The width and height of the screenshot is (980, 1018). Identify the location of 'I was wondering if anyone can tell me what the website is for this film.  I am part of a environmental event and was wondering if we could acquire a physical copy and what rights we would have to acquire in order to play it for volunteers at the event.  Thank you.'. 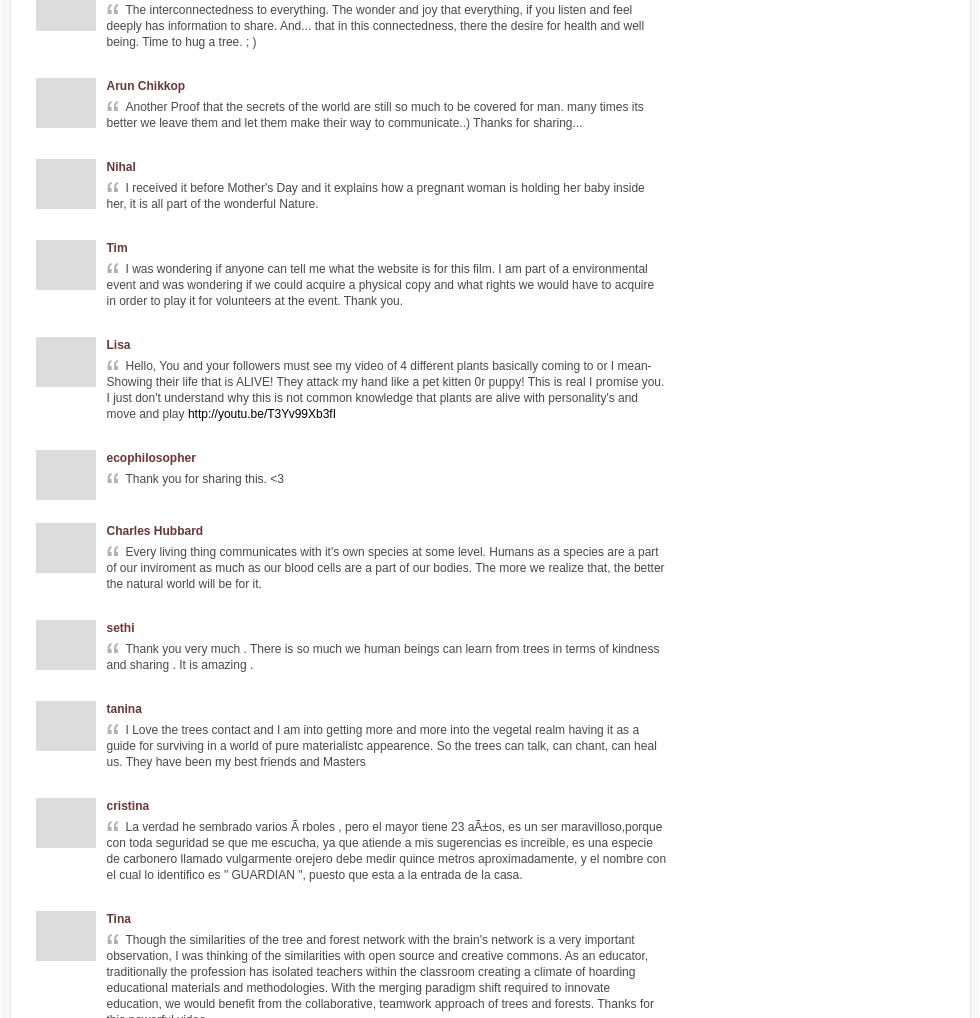
(106, 285).